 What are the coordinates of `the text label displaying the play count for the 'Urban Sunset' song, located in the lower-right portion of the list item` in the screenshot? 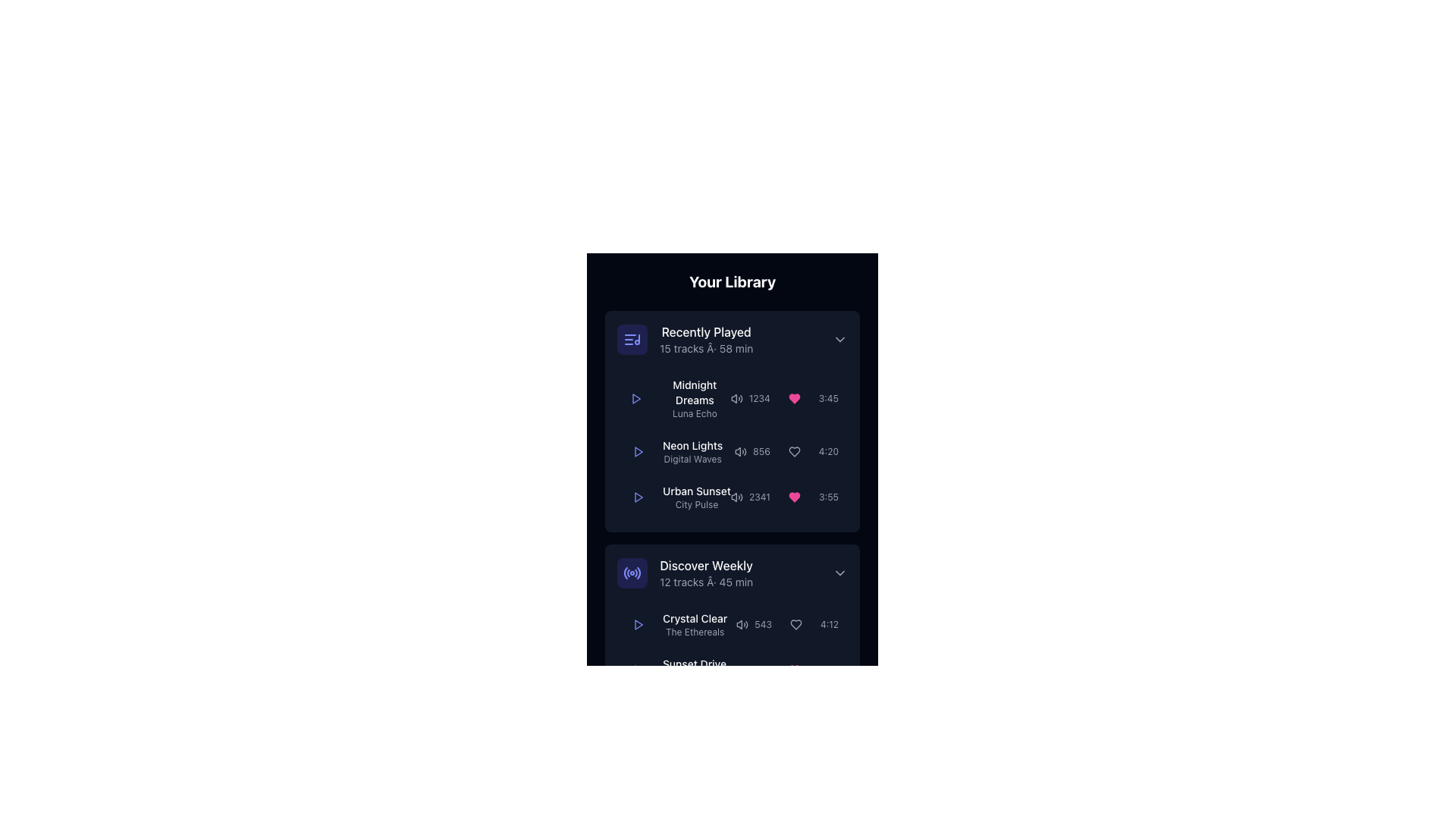 It's located at (759, 497).